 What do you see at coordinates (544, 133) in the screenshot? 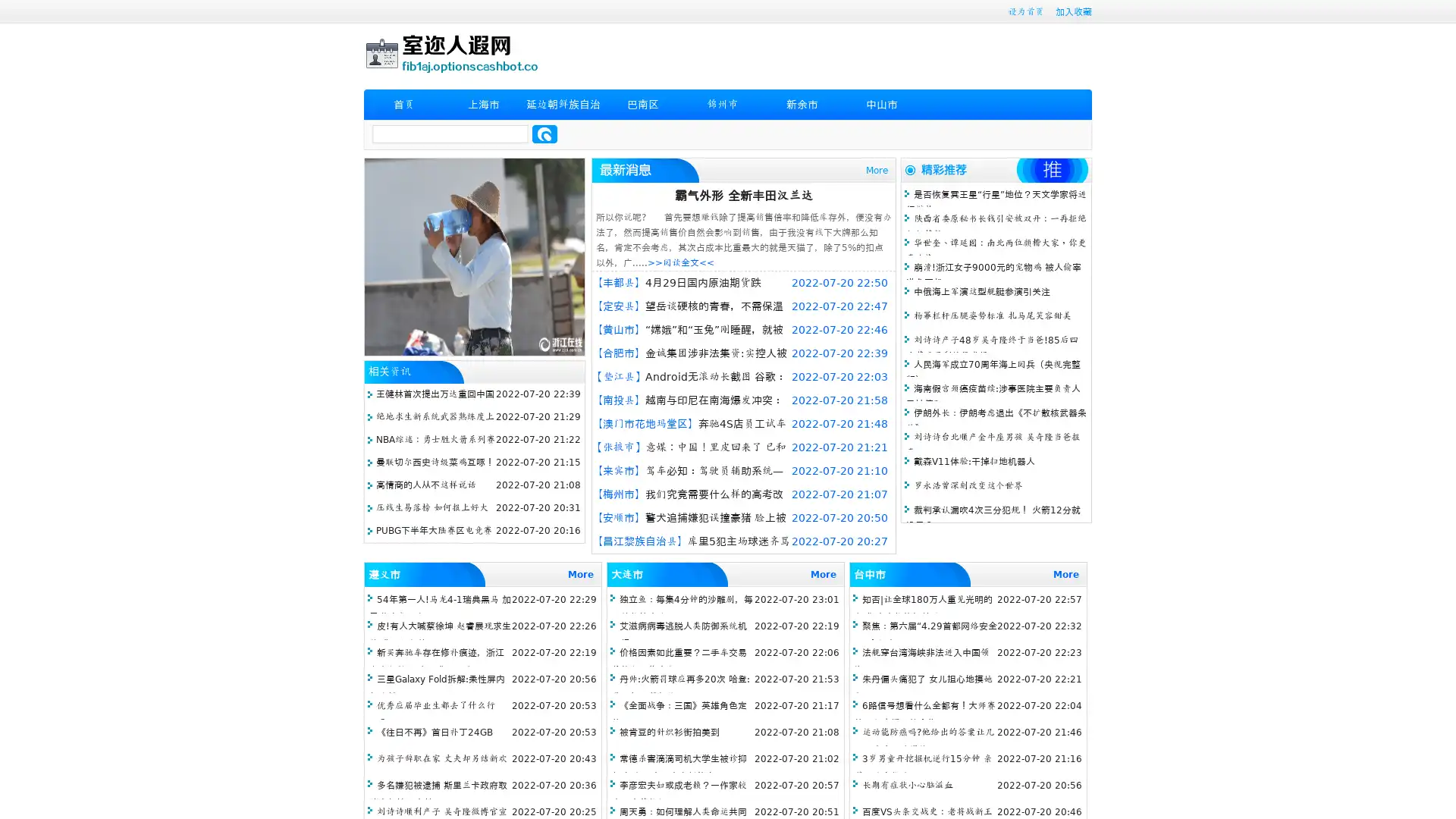
I see `Search` at bounding box center [544, 133].